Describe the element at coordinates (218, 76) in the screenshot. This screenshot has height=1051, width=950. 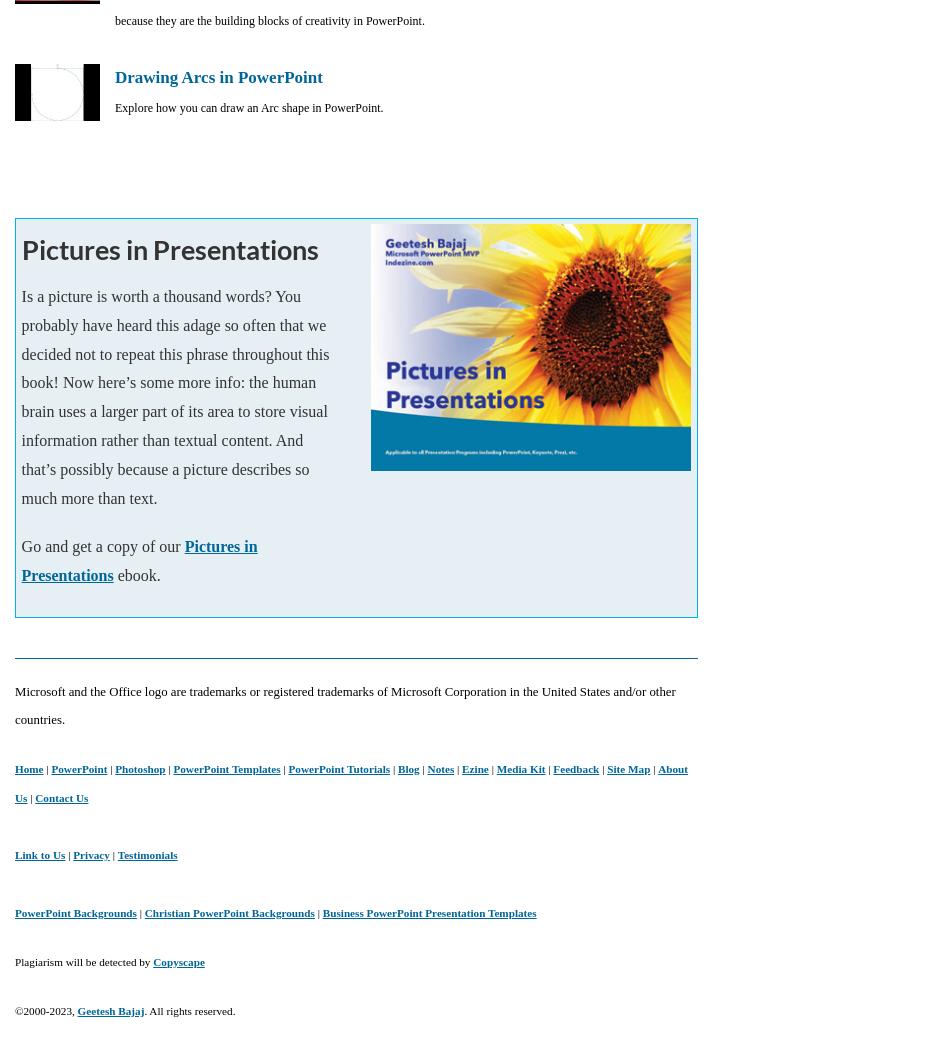
I see `'Drawing Arcs in PowerPoint'` at that location.